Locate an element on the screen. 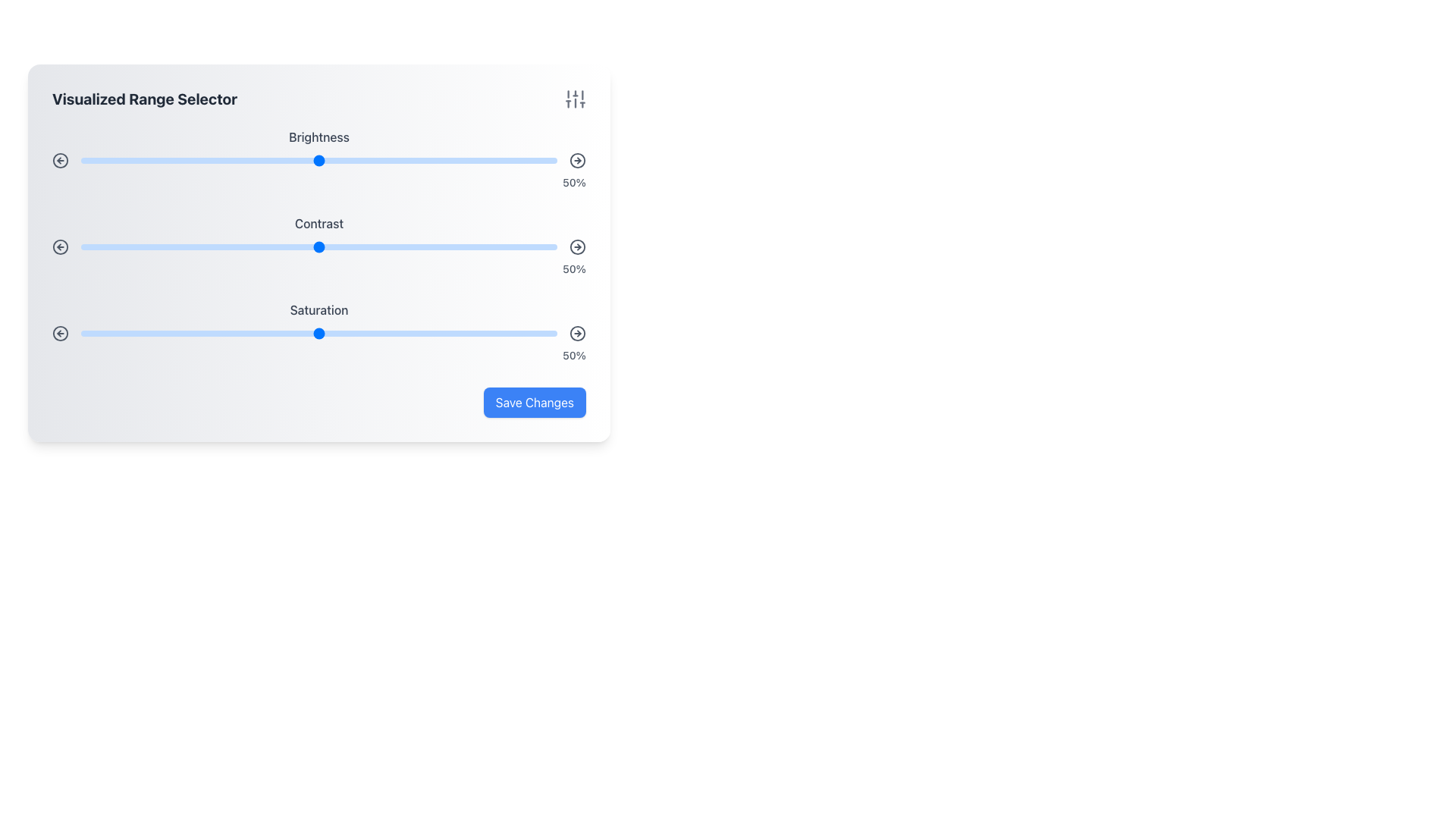 This screenshot has height=819, width=1456. the slider value is located at coordinates (300, 332).